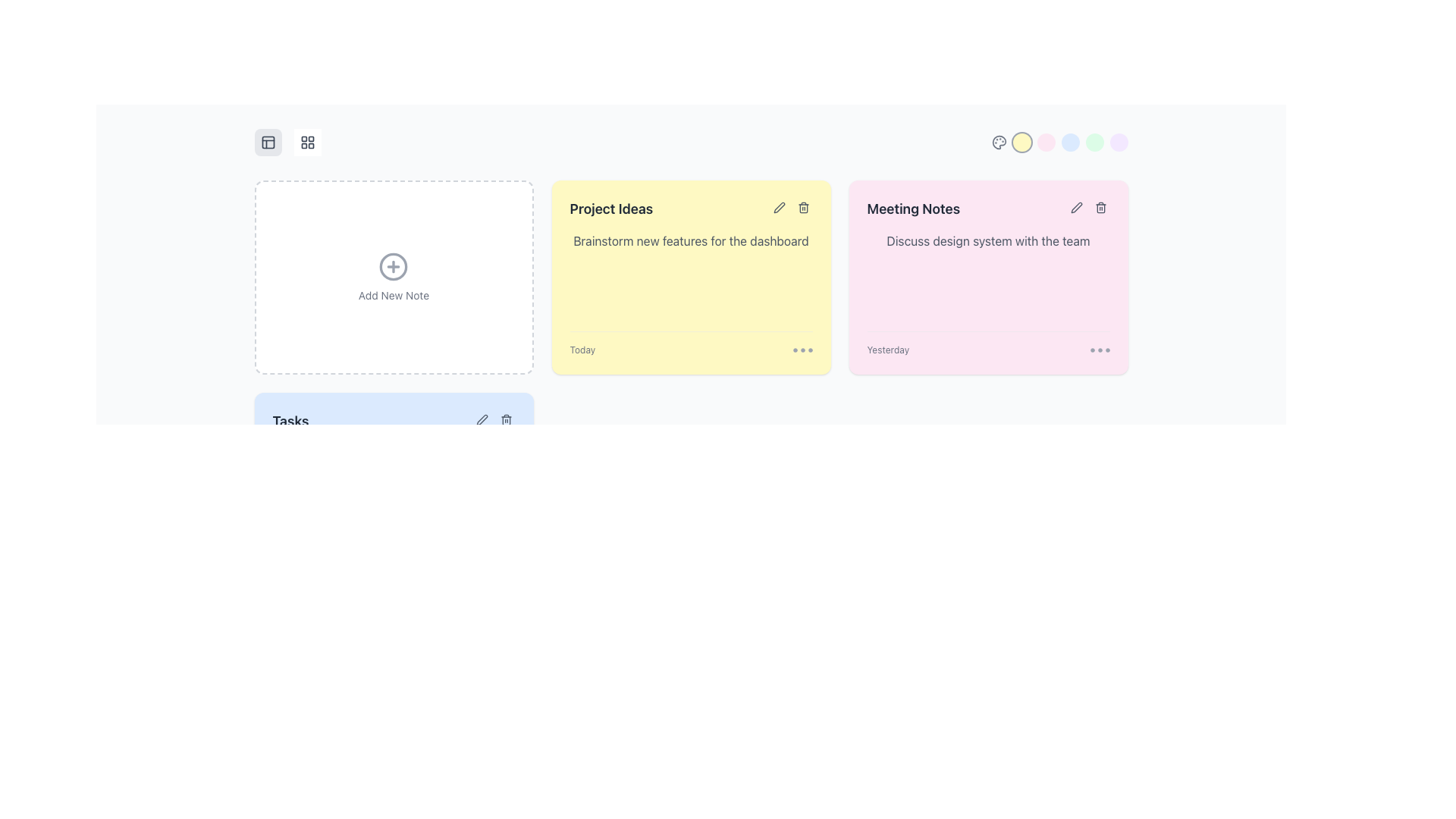 This screenshot has width=1456, height=819. What do you see at coordinates (306, 143) in the screenshot?
I see `the grid layout view toggle button located in the top-left region of the interface` at bounding box center [306, 143].